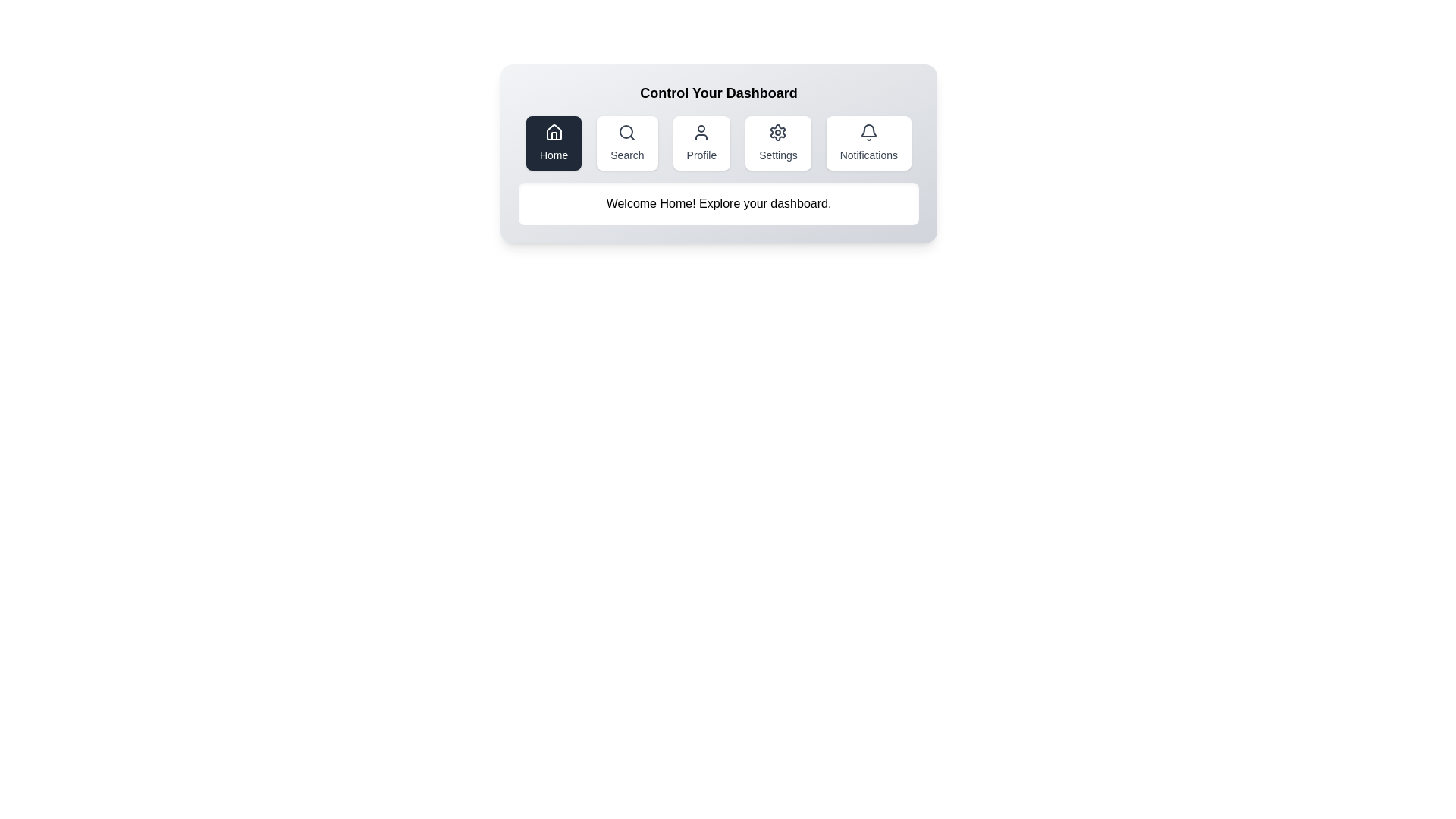  Describe the element at coordinates (701, 143) in the screenshot. I see `the 'Profile' button, which is a vertically aligned button with a white background and a circular user icon atop the text 'Profile', located at the center-right of the navigation menu to observe any visual transition effects` at that location.